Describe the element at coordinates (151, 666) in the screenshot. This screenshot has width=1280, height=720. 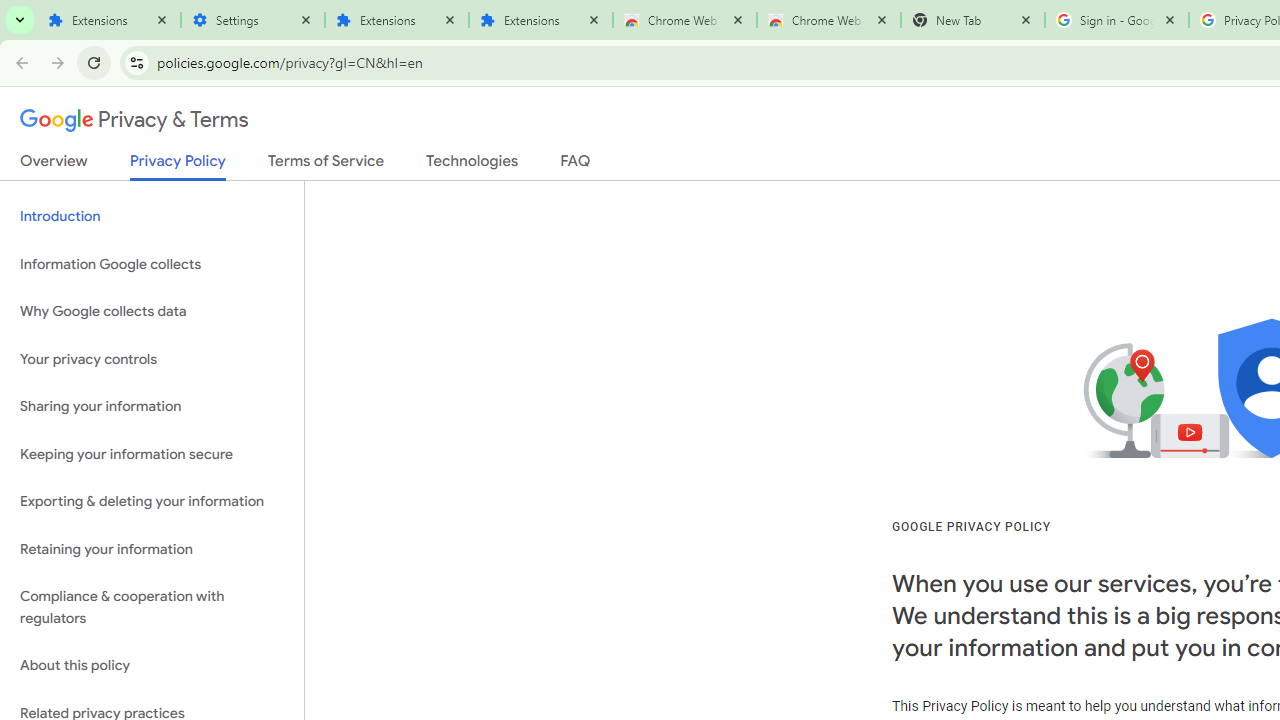
I see `'About this policy'` at that location.